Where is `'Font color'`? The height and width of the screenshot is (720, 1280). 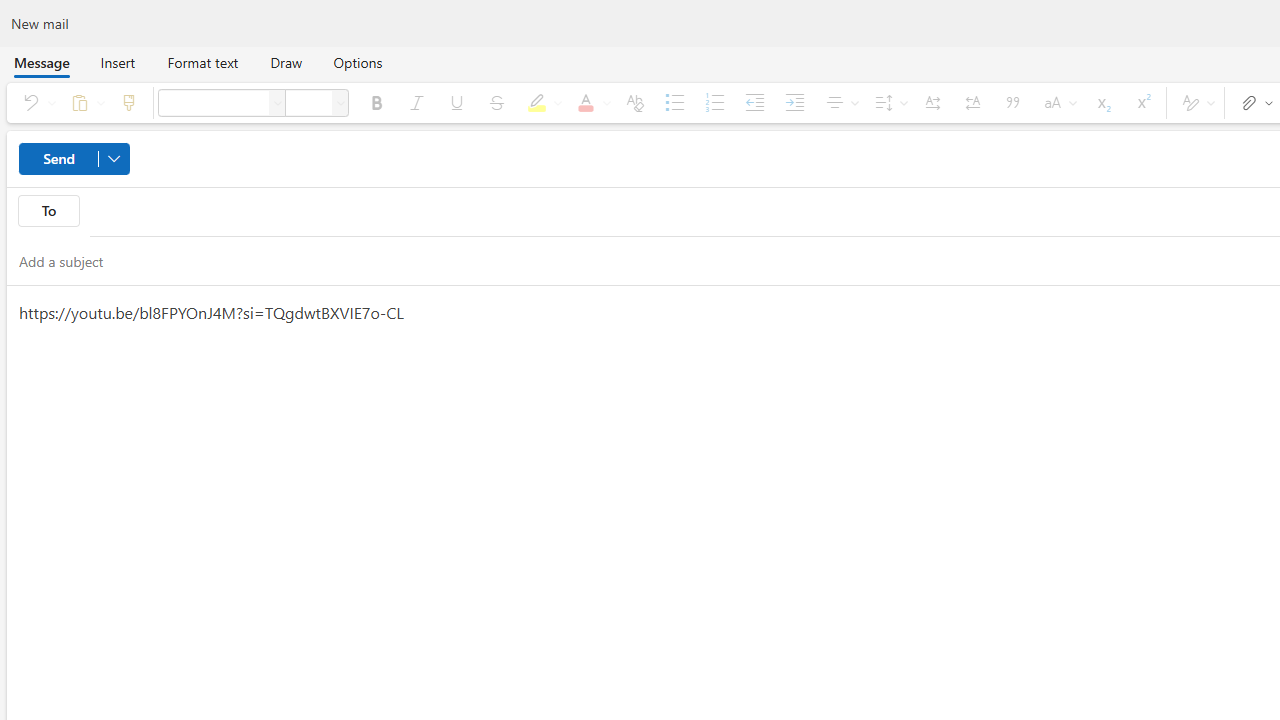 'Font color' is located at coordinates (589, 102).